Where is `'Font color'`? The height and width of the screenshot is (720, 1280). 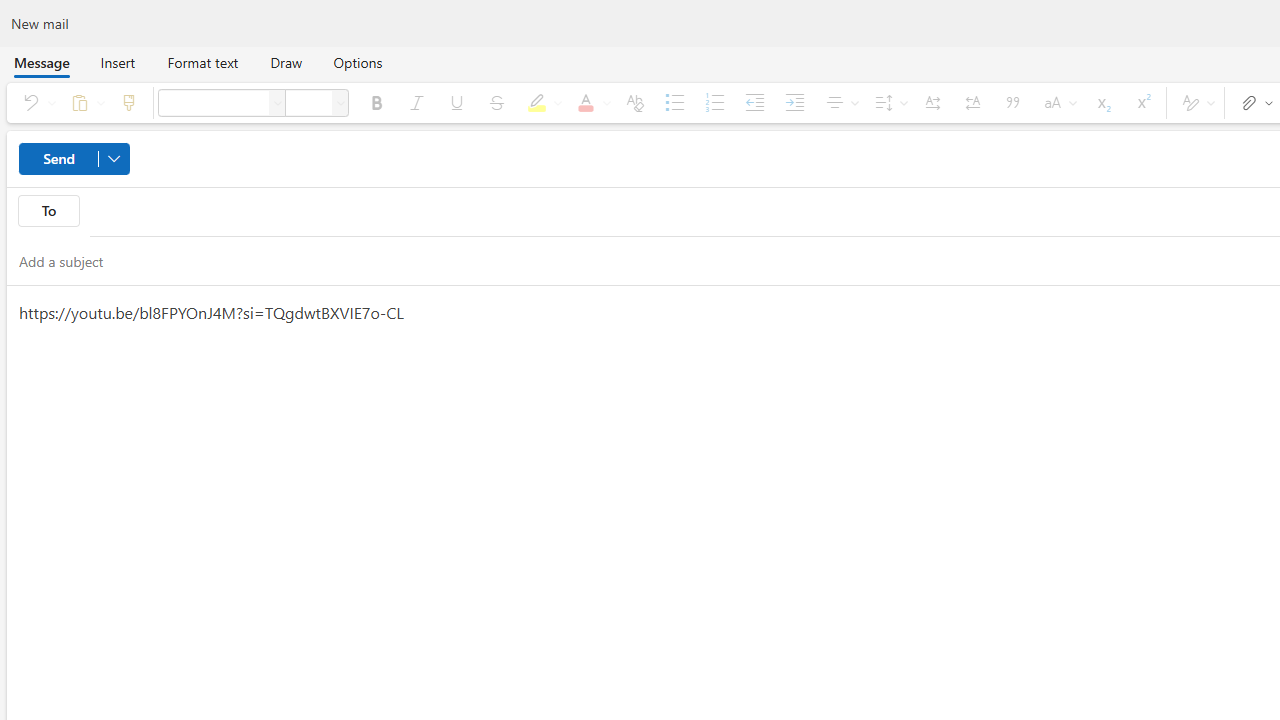 'Font color' is located at coordinates (589, 102).